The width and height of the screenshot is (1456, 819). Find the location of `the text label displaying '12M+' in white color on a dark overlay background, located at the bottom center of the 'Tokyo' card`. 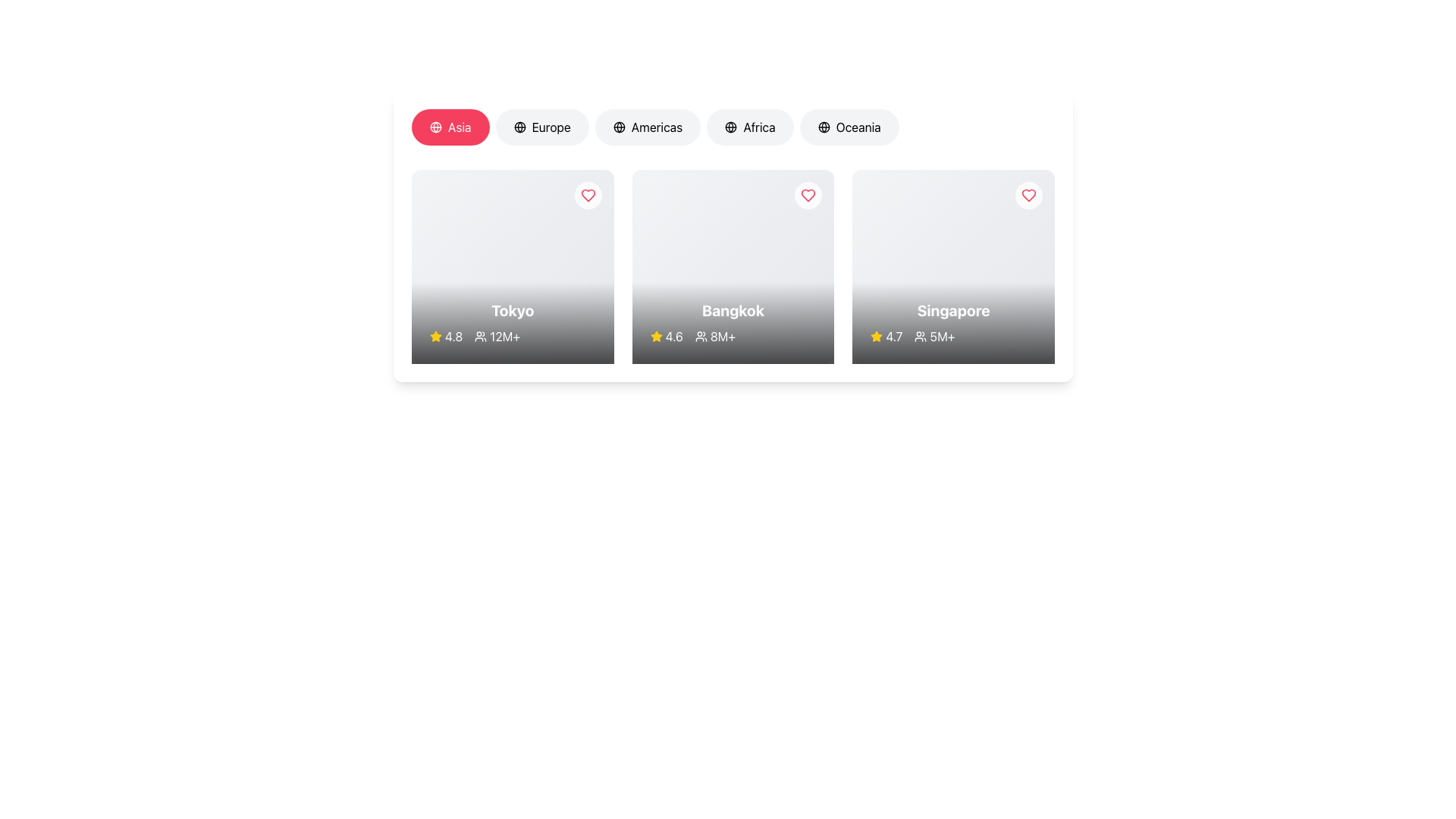

the text label displaying '12M+' in white color on a dark overlay background, located at the bottom center of the 'Tokyo' card is located at coordinates (505, 335).